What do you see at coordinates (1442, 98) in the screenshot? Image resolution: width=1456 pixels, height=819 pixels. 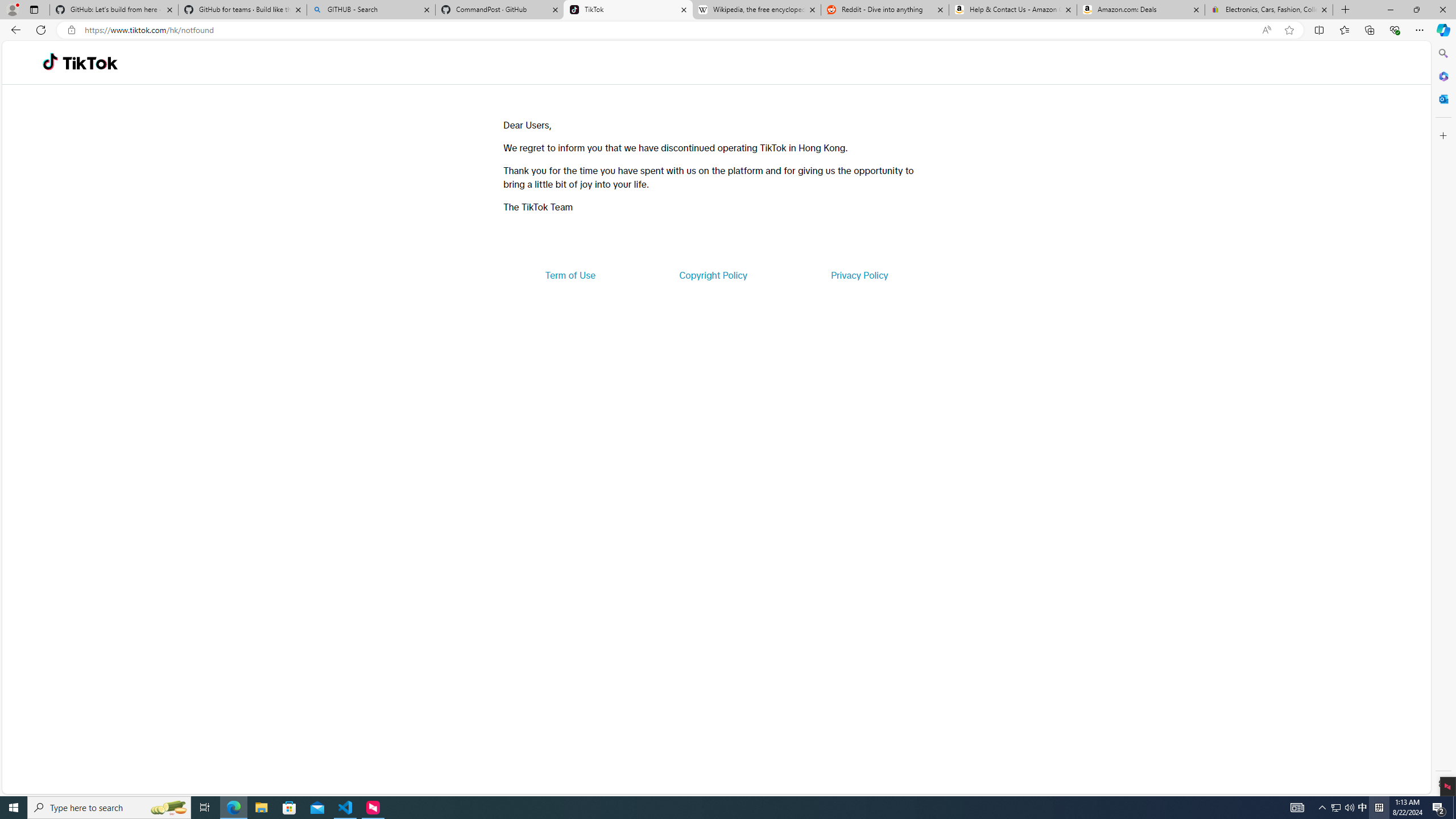 I see `'Close Outlook pane'` at bounding box center [1442, 98].